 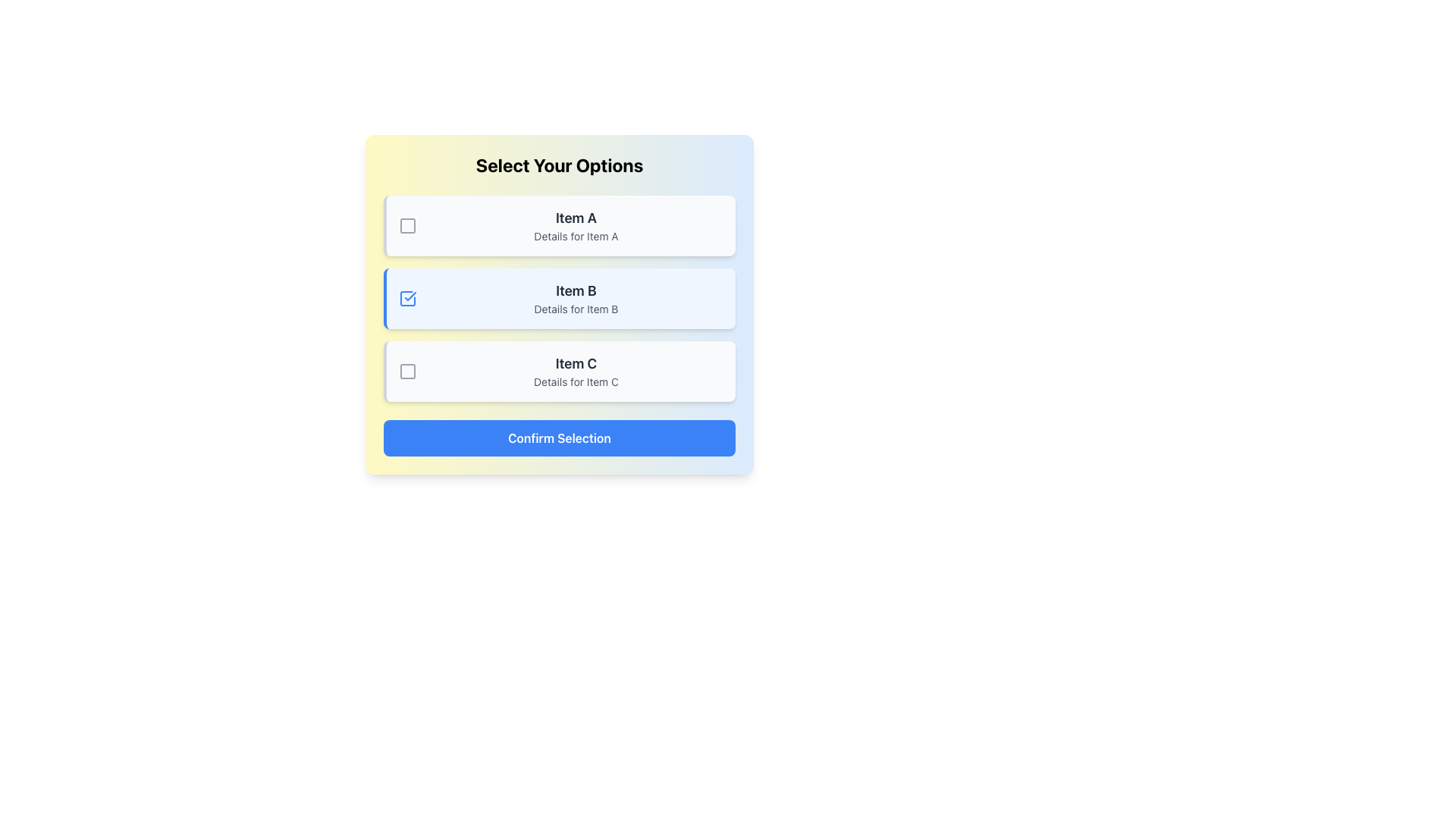 I want to click on the checkbox labeled 'Item A', so click(x=407, y=225).